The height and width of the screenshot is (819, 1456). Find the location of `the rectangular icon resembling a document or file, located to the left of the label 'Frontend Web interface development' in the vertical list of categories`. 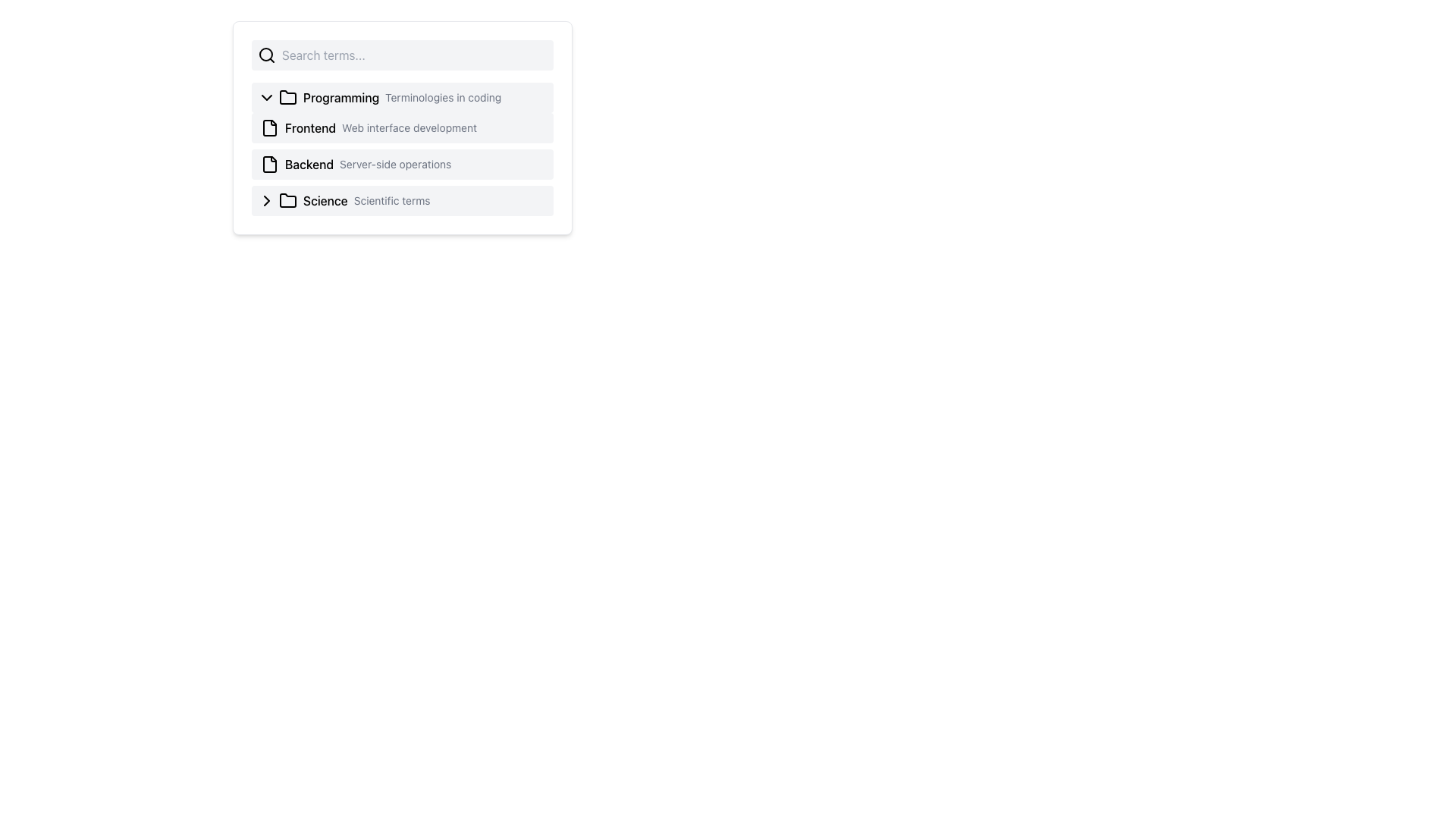

the rectangular icon resembling a document or file, located to the left of the label 'Frontend Web interface development' in the vertical list of categories is located at coordinates (269, 127).